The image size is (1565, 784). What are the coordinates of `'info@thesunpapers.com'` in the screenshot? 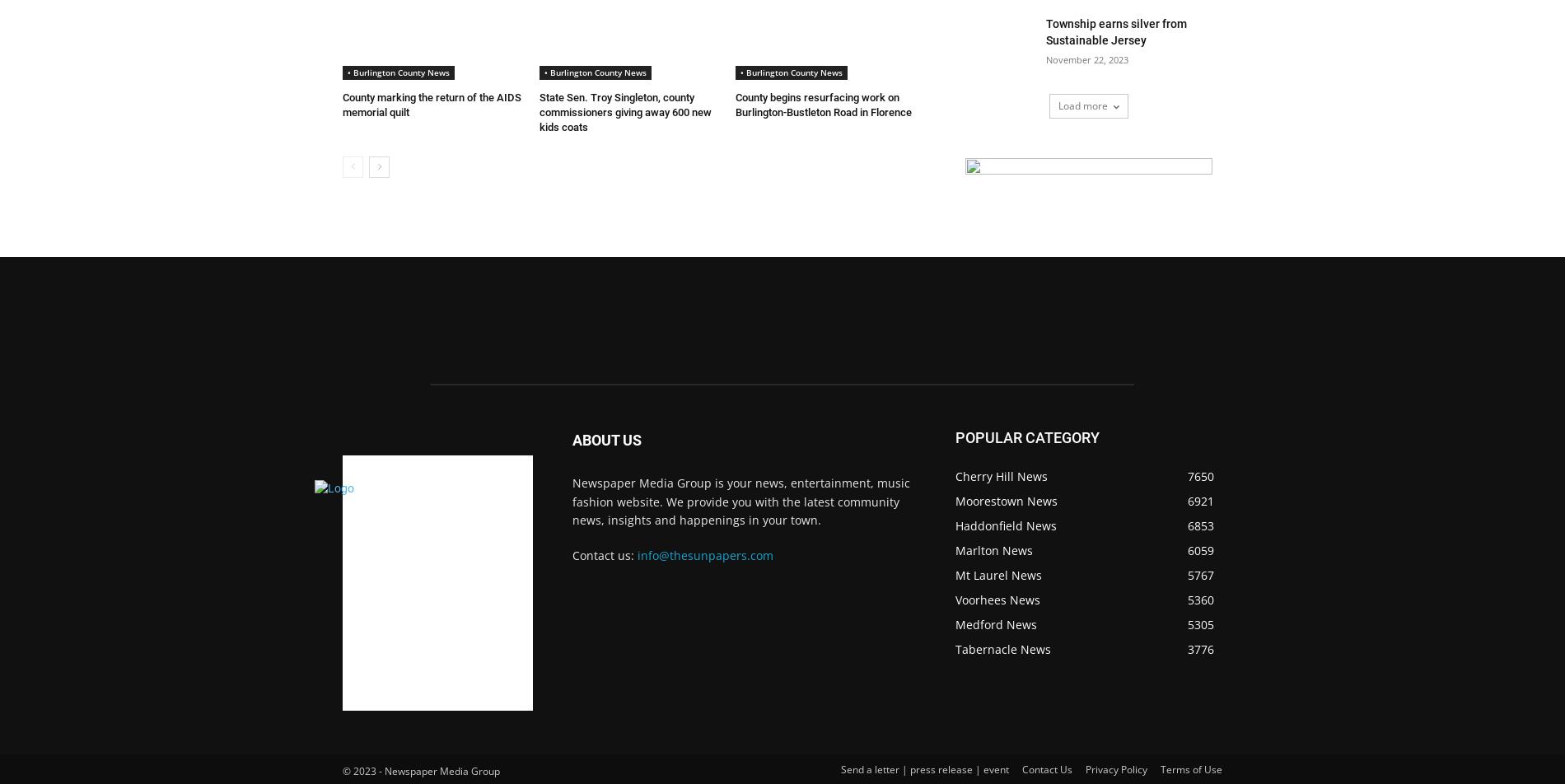 It's located at (704, 555).